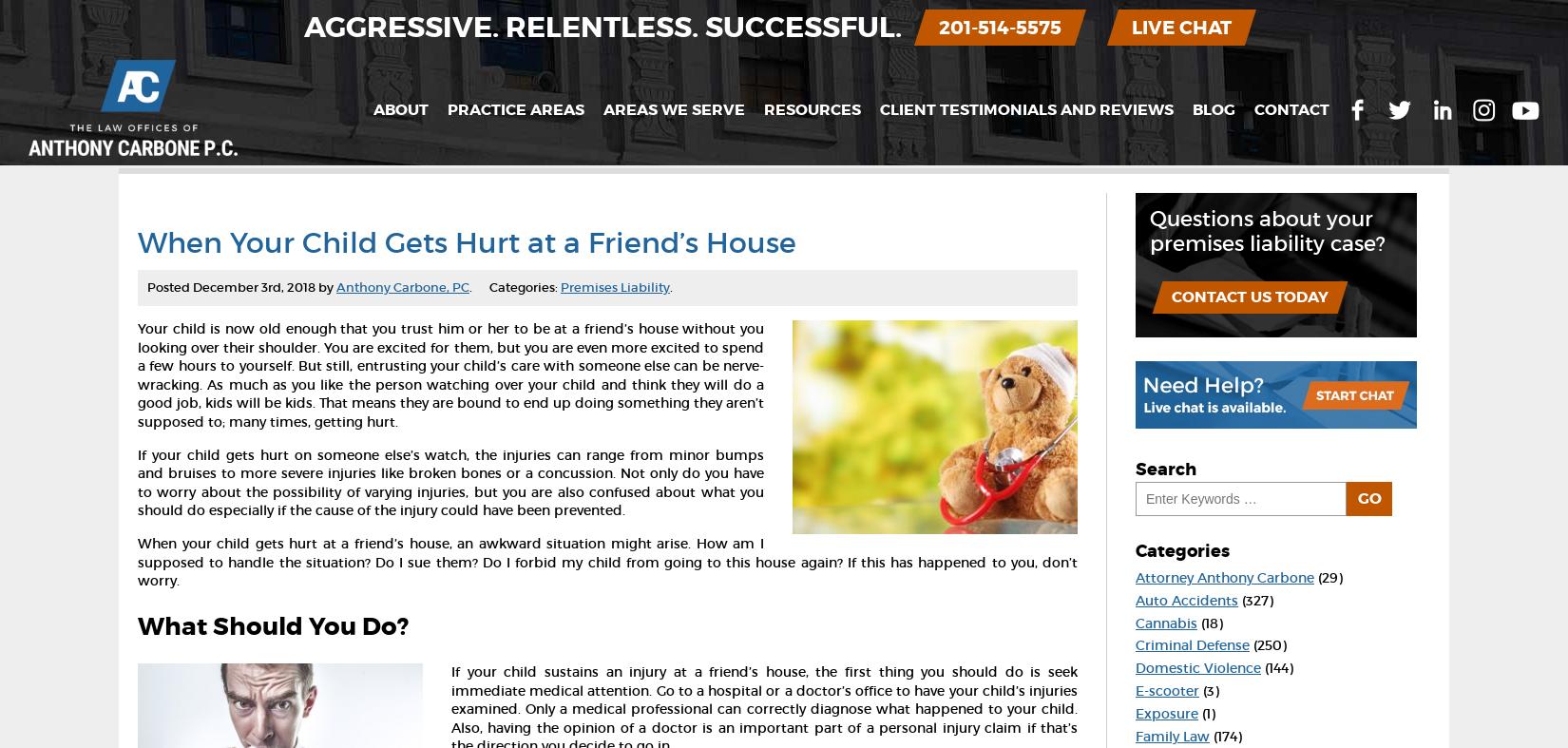  I want to click on 'Anthony Carbone, PC', so click(402, 285).